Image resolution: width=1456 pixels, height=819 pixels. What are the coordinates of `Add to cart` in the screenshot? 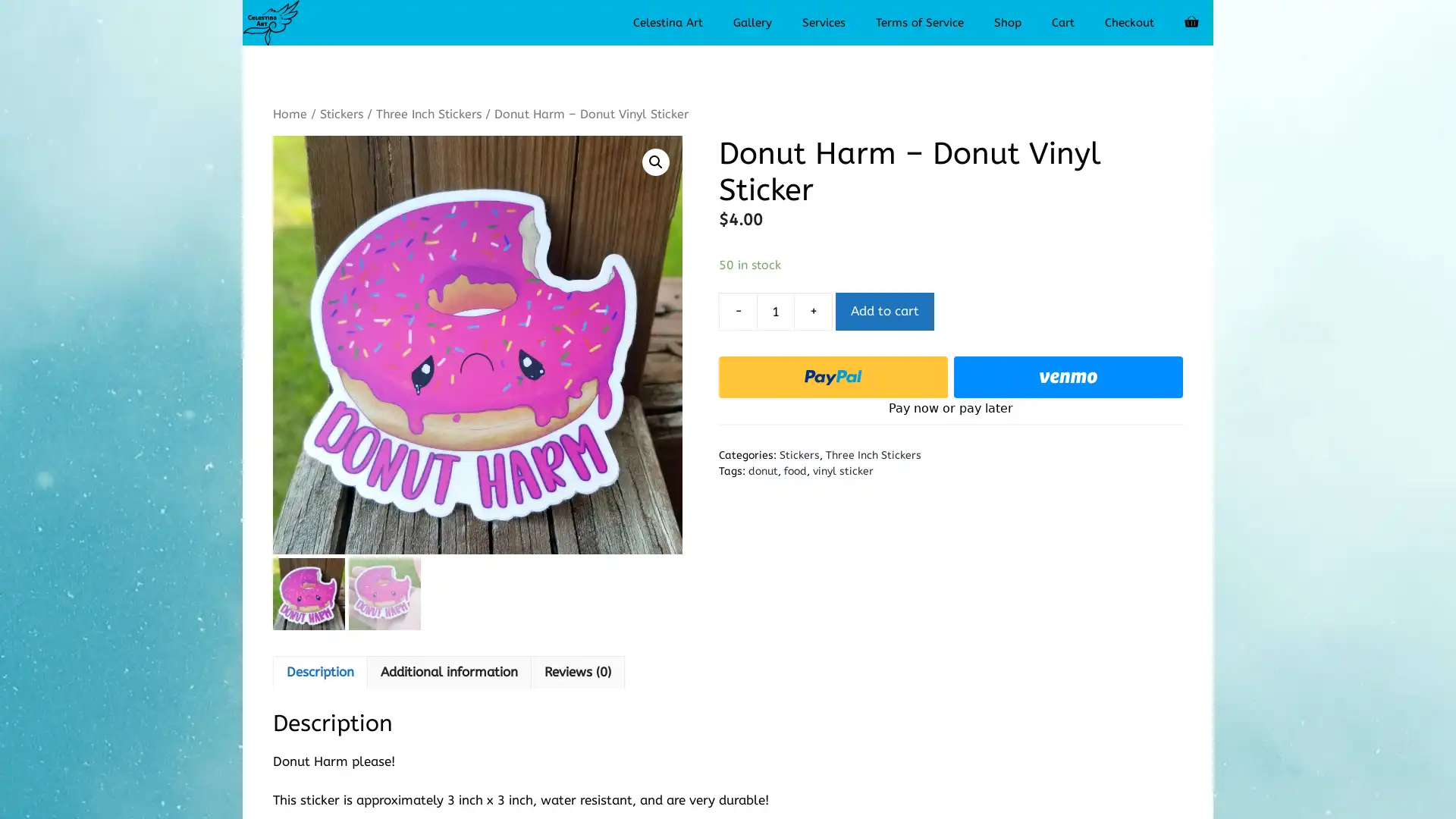 It's located at (884, 309).